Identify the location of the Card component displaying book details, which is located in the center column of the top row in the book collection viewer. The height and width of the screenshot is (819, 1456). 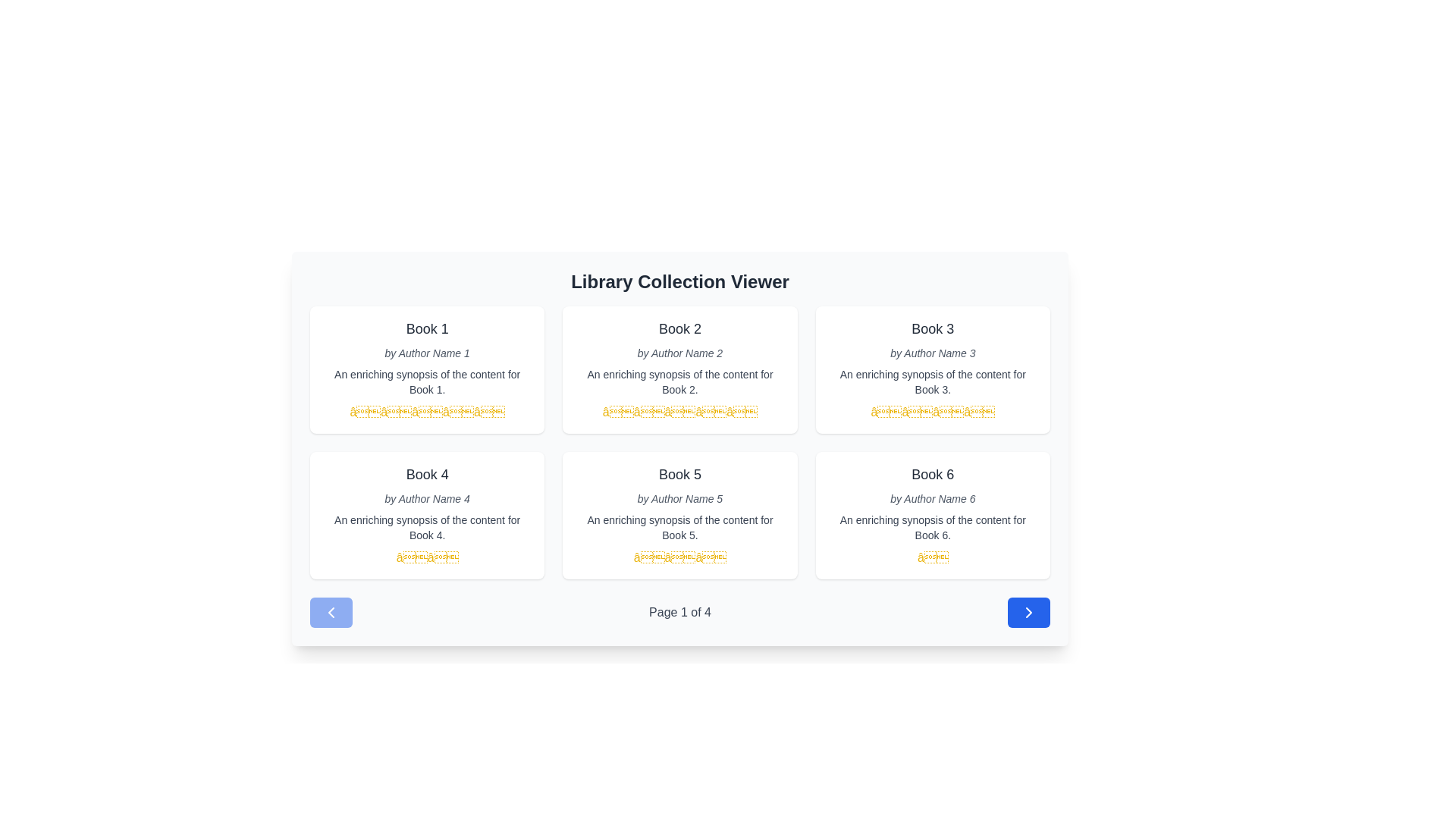
(679, 370).